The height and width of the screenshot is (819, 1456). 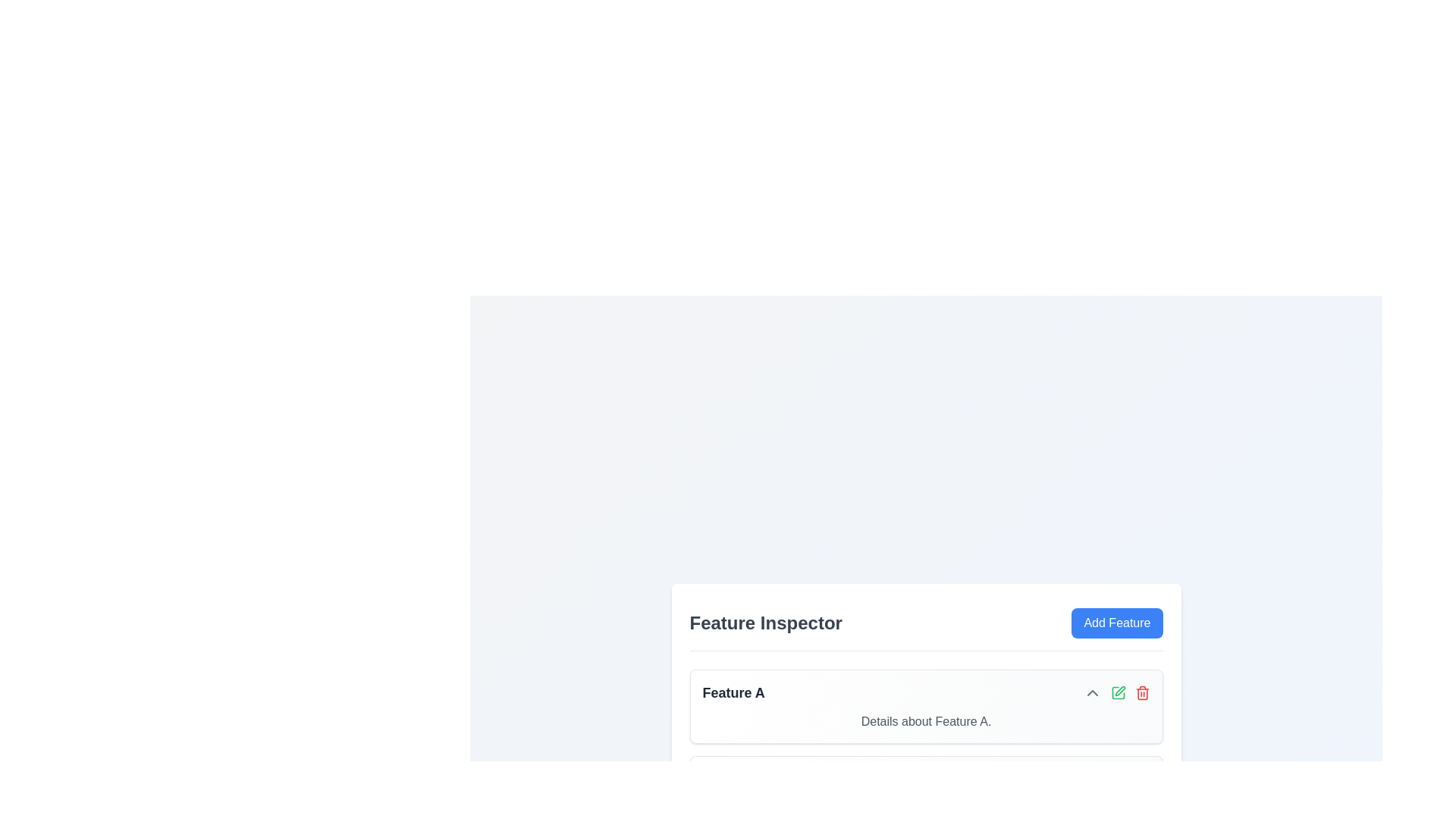 What do you see at coordinates (925, 720) in the screenshot?
I see `the static text label displaying 'Details about Feature A.' which is positioned below the title 'Feature A' in a white bordered box` at bounding box center [925, 720].